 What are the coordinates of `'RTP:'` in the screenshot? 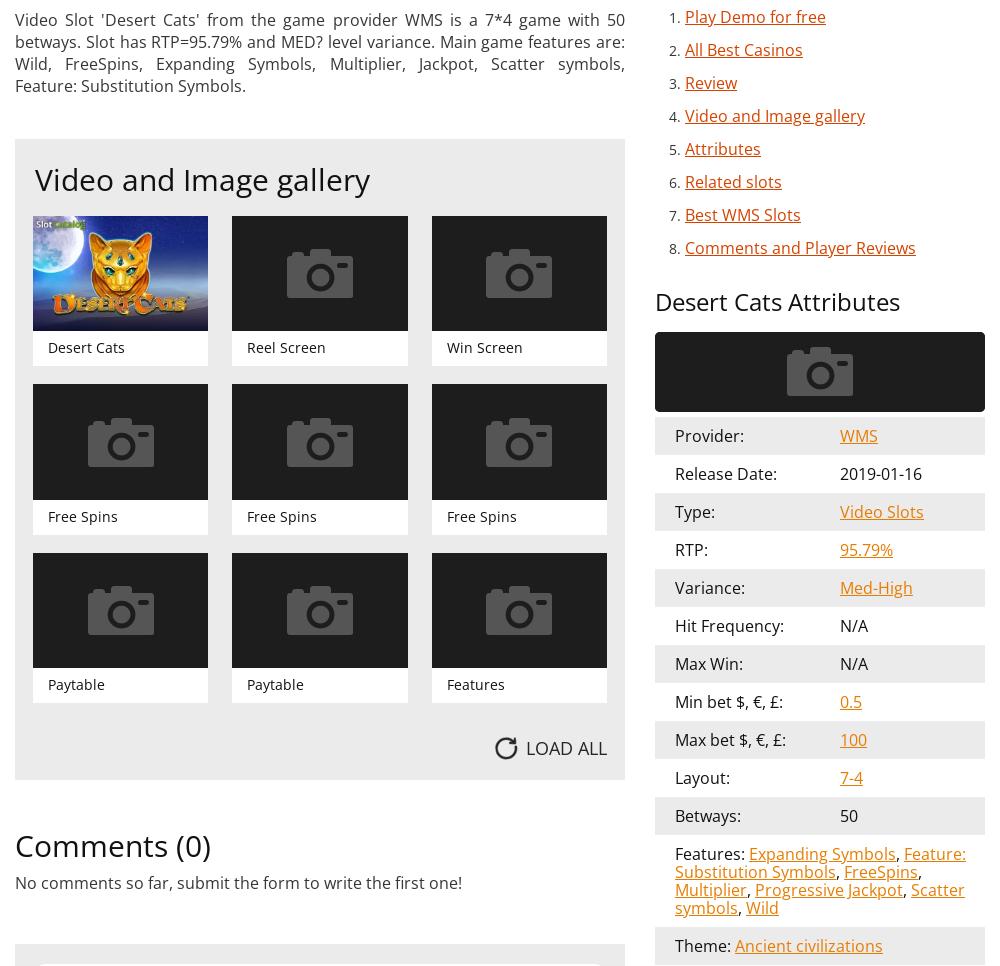 It's located at (690, 548).